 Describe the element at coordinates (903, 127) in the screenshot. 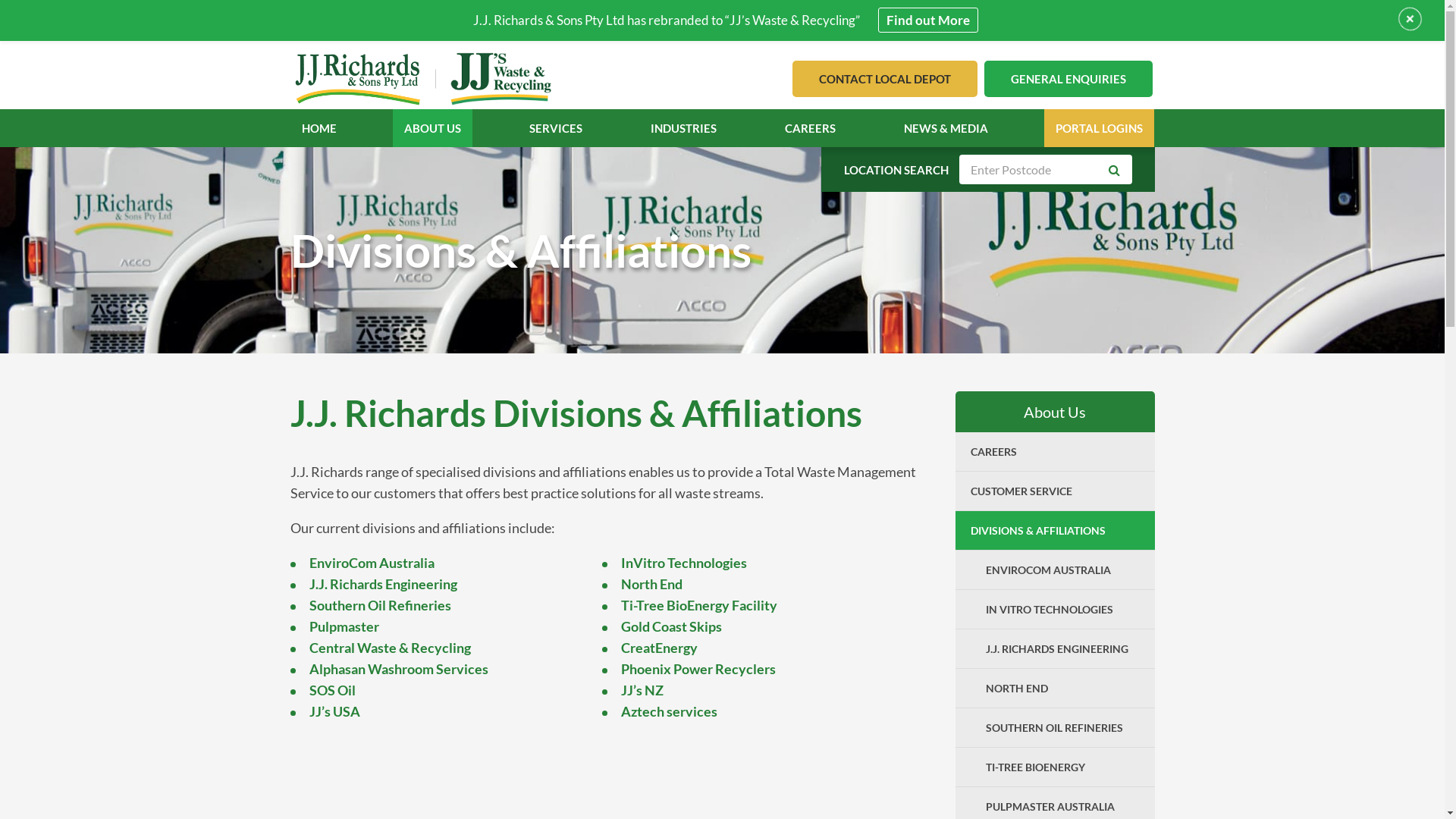

I see `'NEWS & MEDIA'` at that location.